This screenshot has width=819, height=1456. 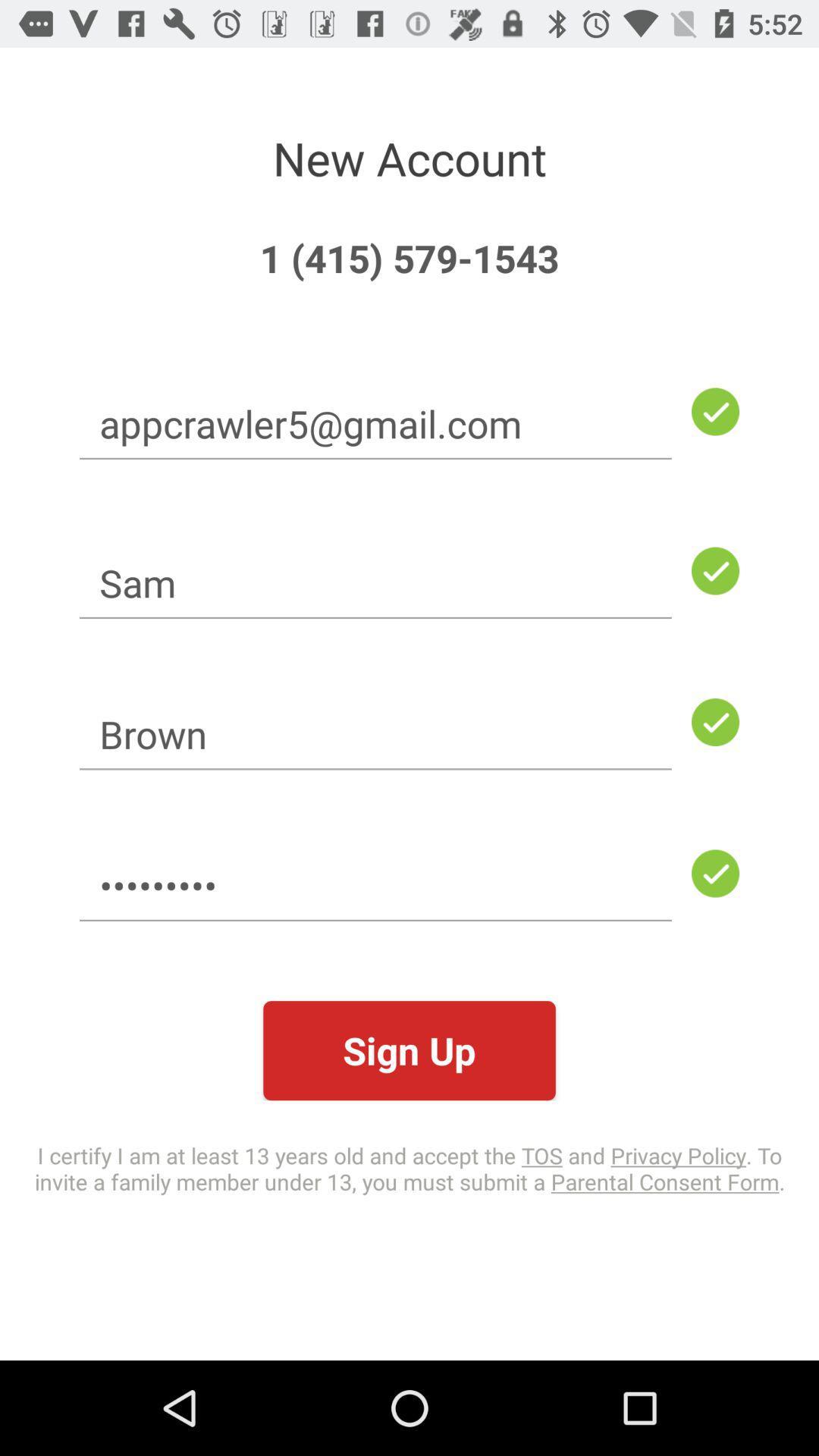 I want to click on appcrawler5@gmail.com icon, so click(x=375, y=423).